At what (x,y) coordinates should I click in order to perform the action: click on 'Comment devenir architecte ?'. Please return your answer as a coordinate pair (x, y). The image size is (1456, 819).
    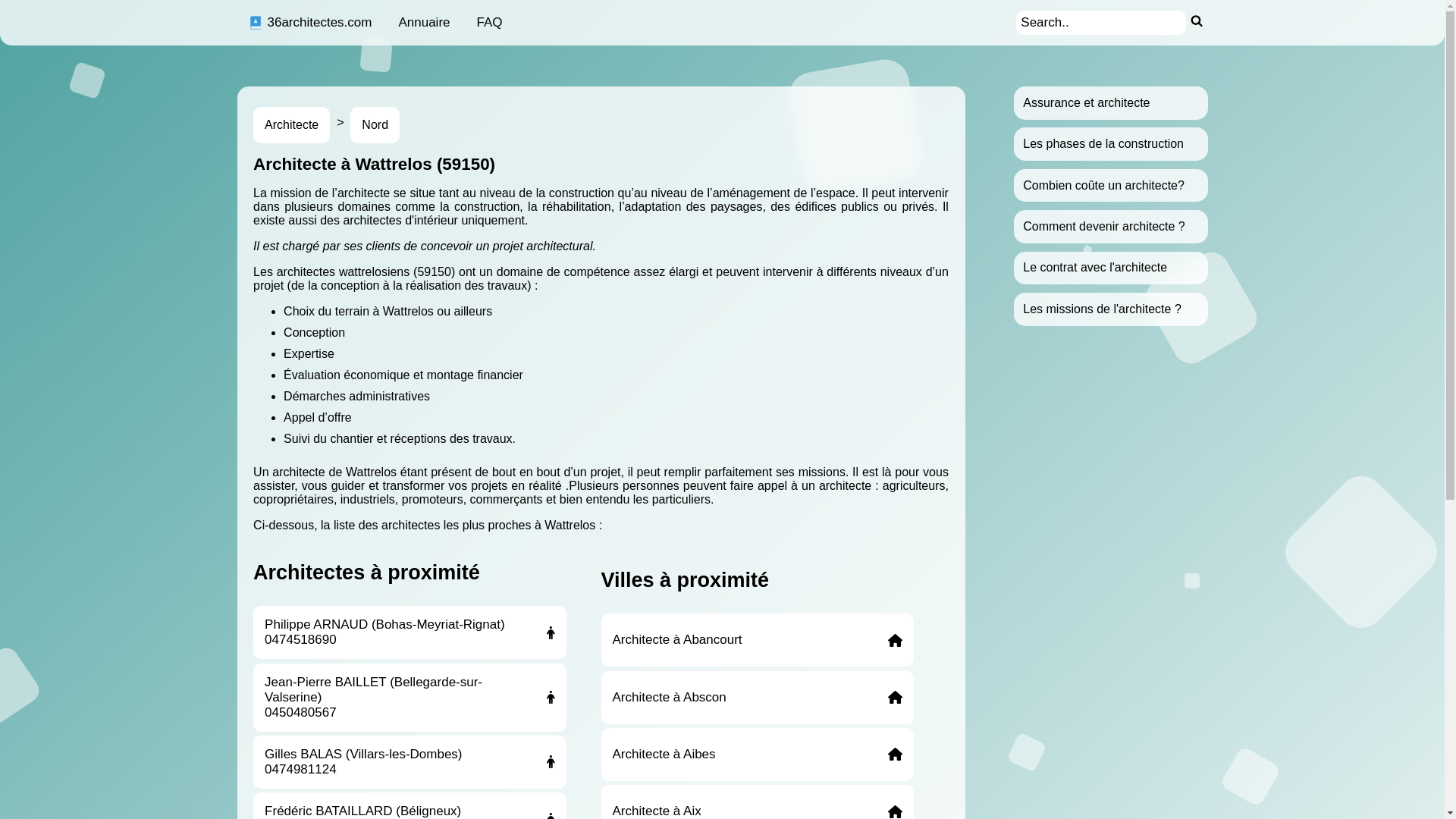
    Looking at the image, I should click on (1103, 226).